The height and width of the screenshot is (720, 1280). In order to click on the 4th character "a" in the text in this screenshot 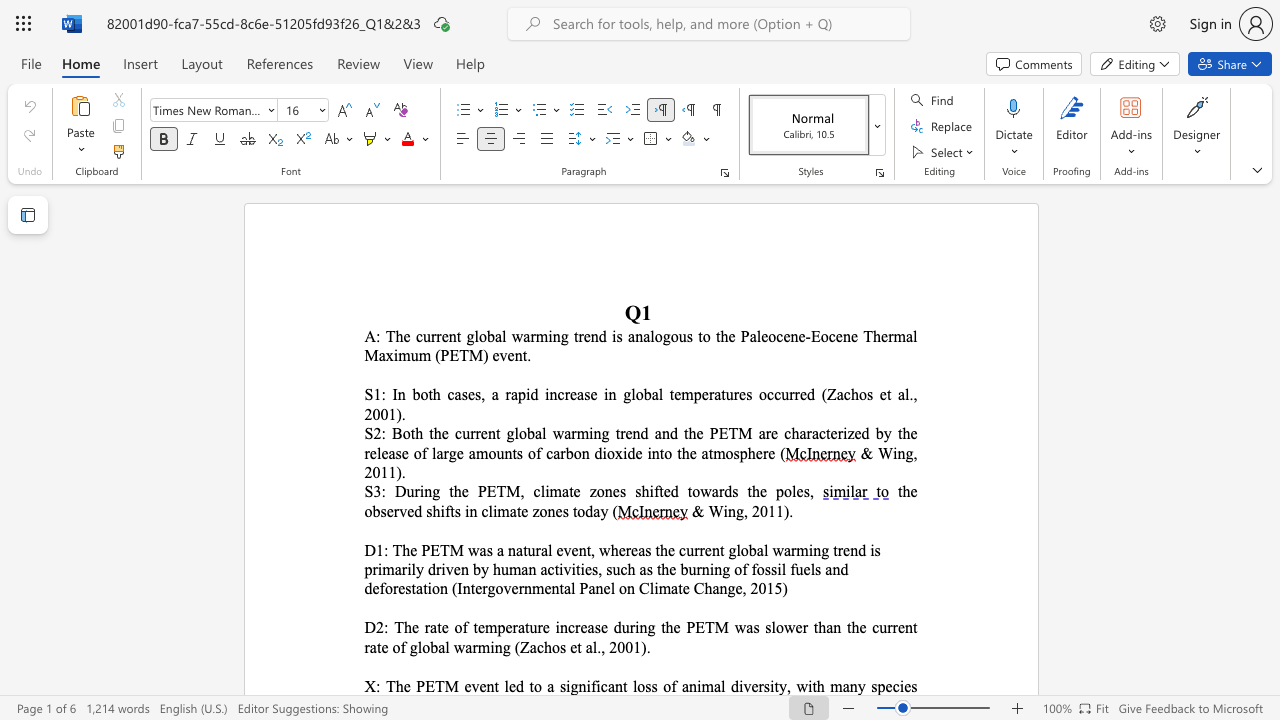, I will do `click(392, 453)`.